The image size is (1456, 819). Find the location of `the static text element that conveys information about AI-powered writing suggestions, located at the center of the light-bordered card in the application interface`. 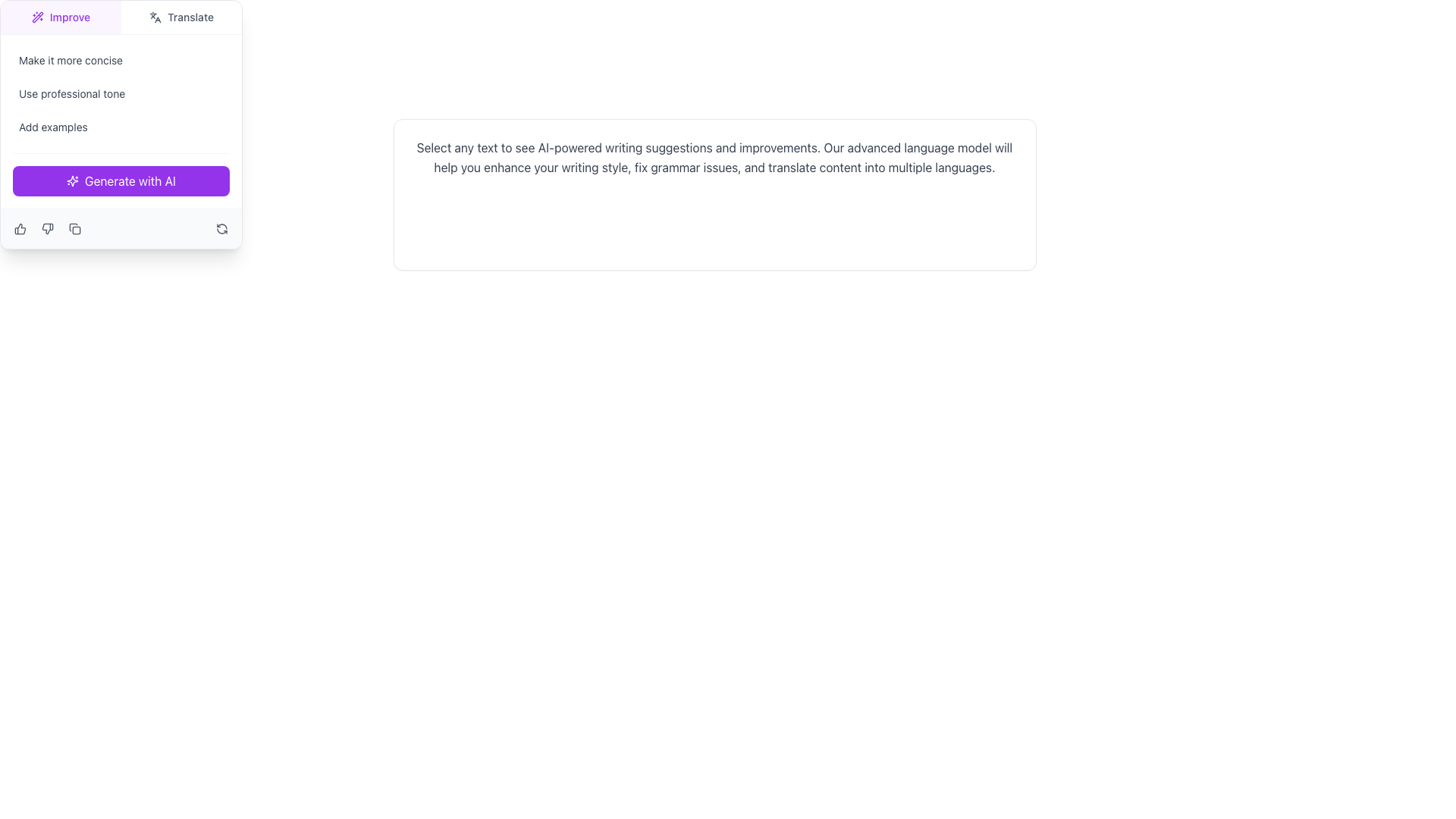

the static text element that conveys information about AI-powered writing suggestions, located at the center of the light-bordered card in the application interface is located at coordinates (714, 158).